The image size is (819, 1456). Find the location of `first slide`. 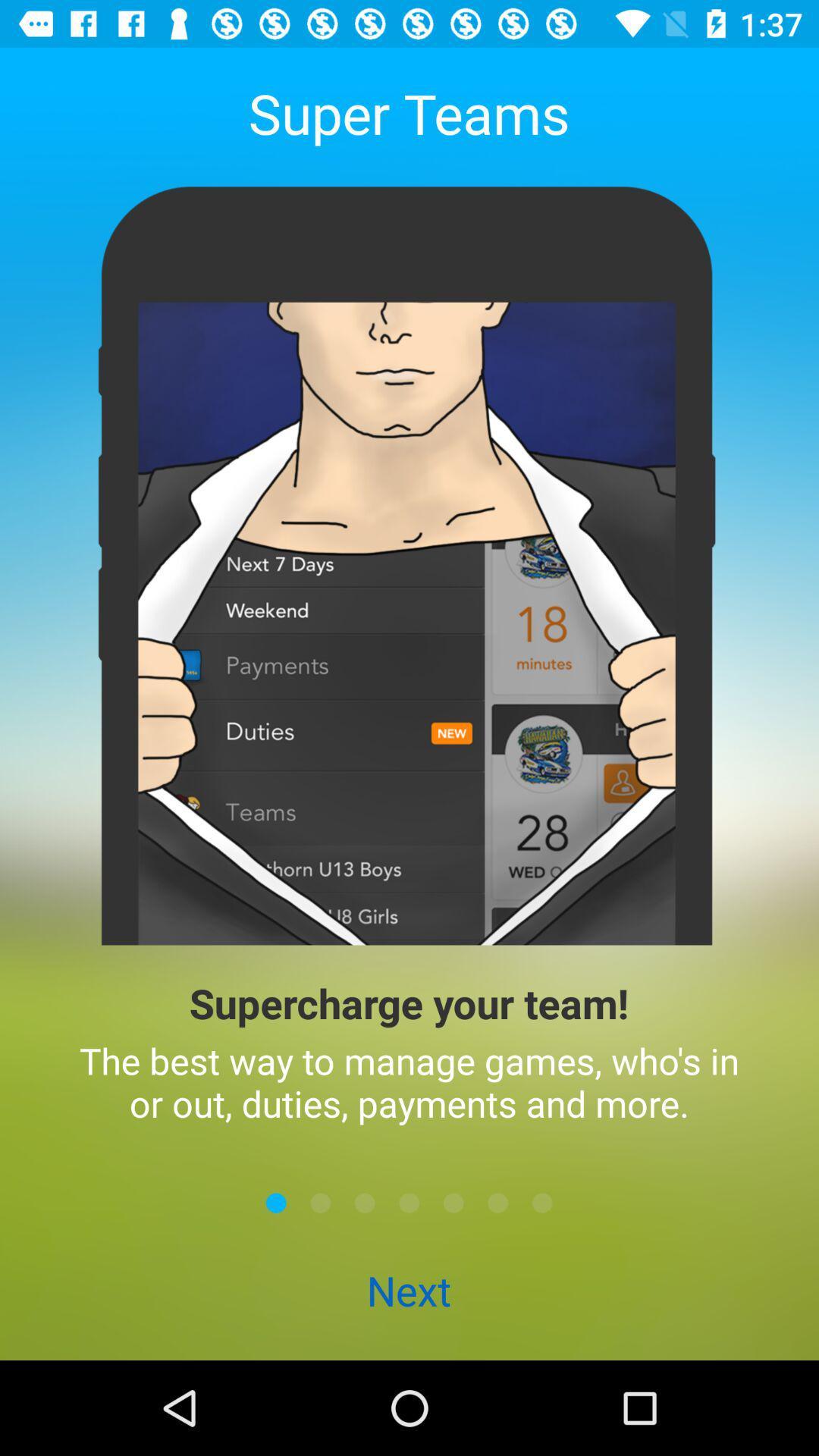

first slide is located at coordinates (276, 1202).